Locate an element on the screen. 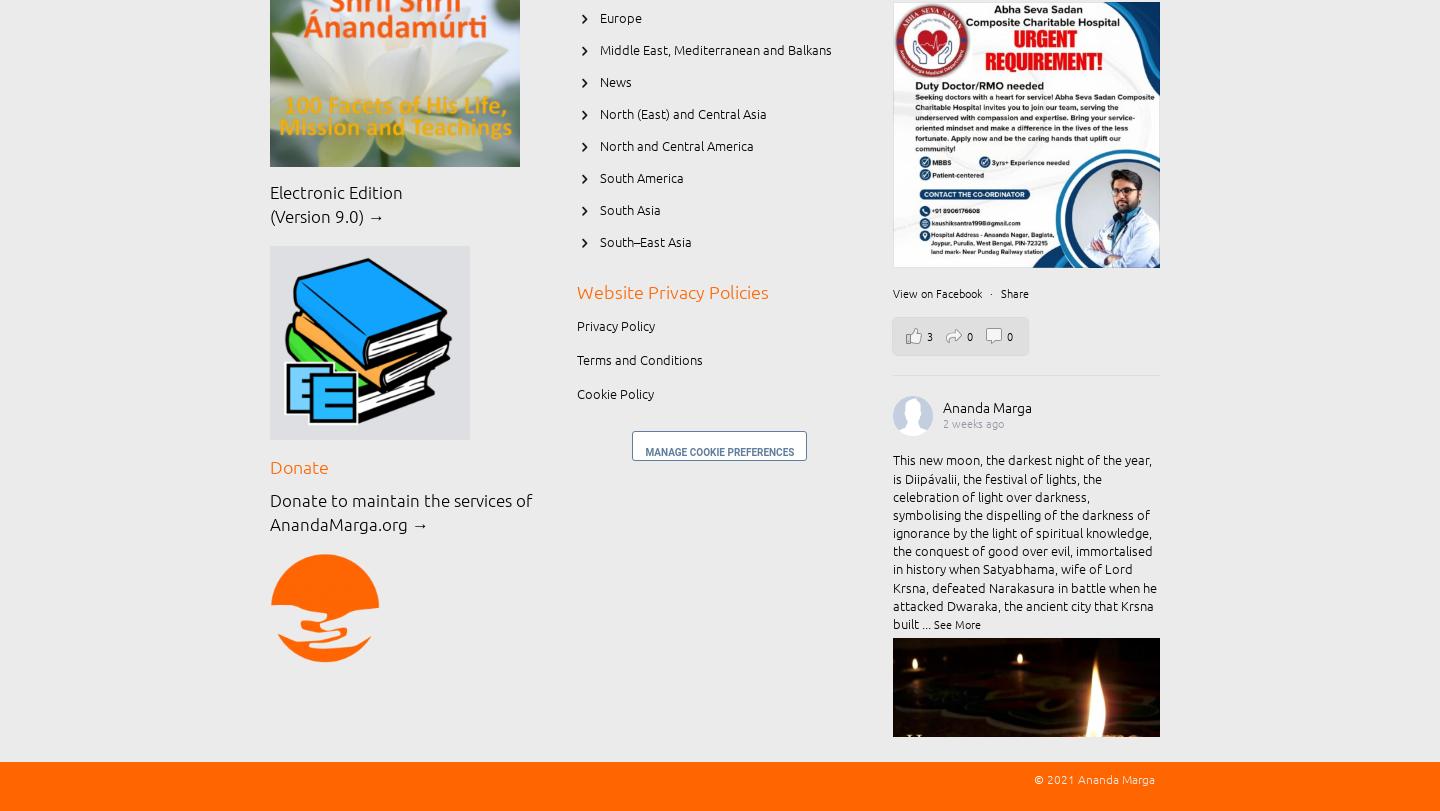 Image resolution: width=1440 pixels, height=811 pixels. 'Electronic Edition' is located at coordinates (336, 193).